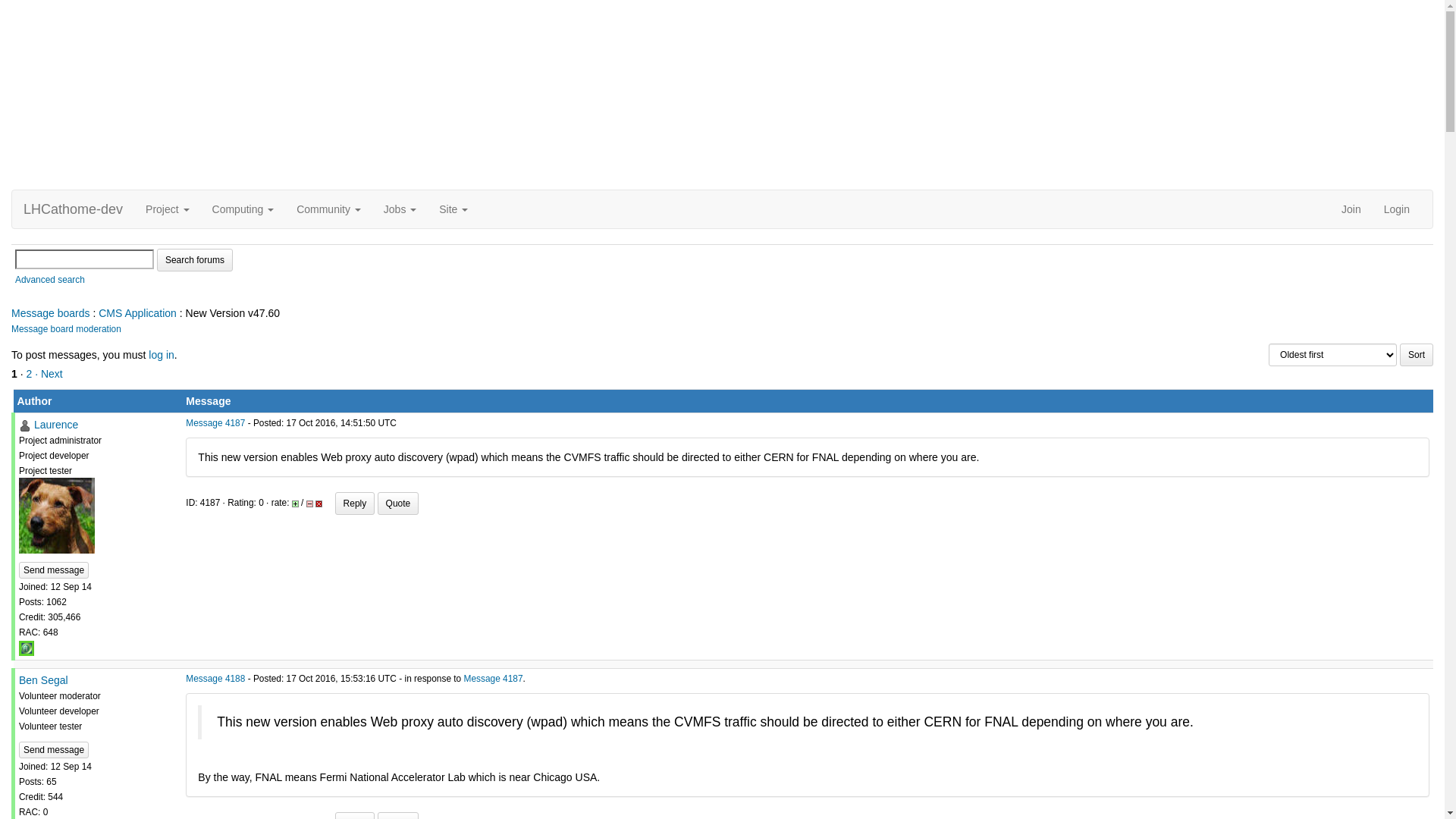 The height and width of the screenshot is (819, 1456). Describe the element at coordinates (72, 209) in the screenshot. I see `'LHCathome-dev'` at that location.